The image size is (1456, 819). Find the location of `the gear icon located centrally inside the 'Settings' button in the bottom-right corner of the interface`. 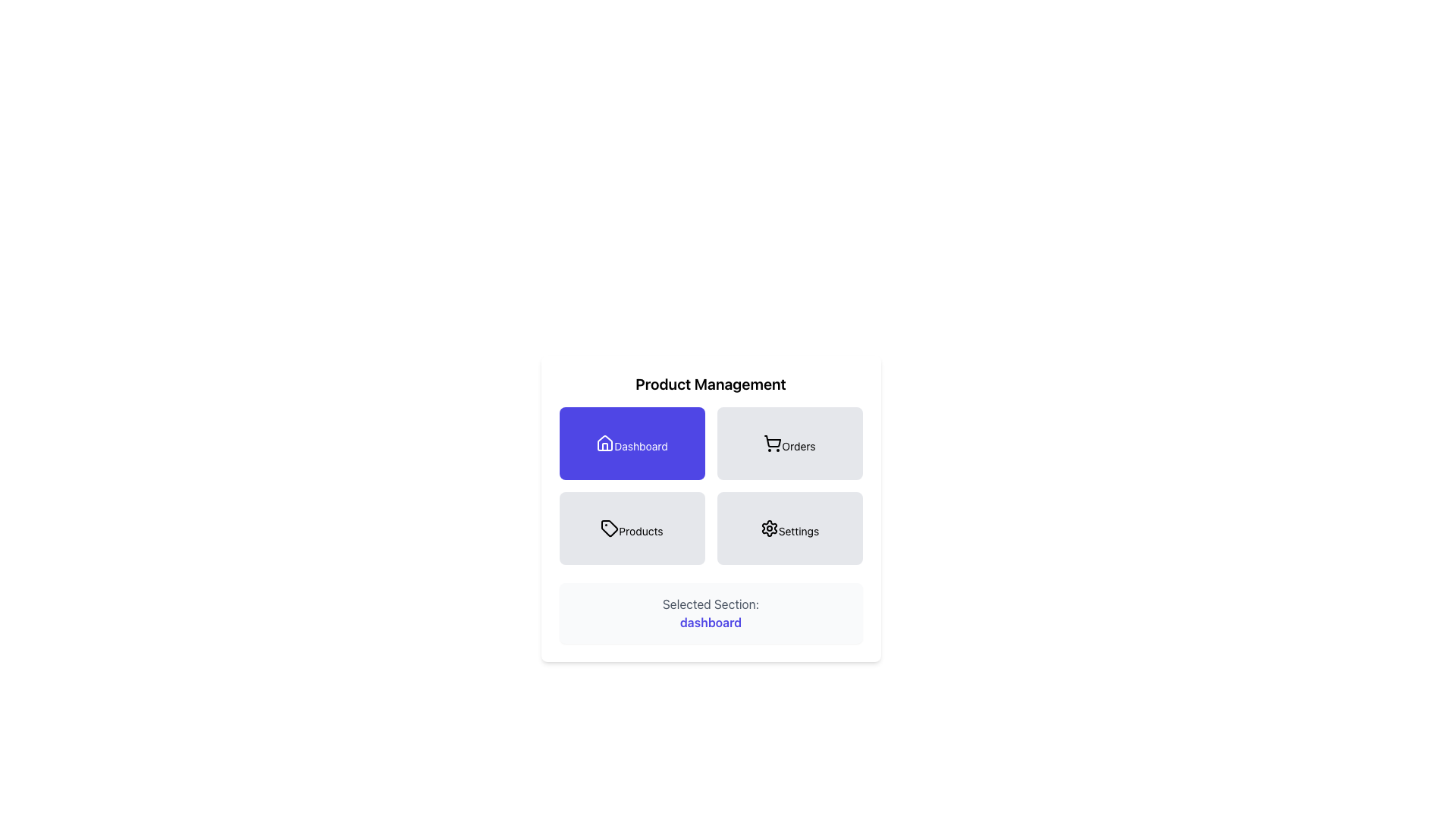

the gear icon located centrally inside the 'Settings' button in the bottom-right corner of the interface is located at coordinates (769, 528).